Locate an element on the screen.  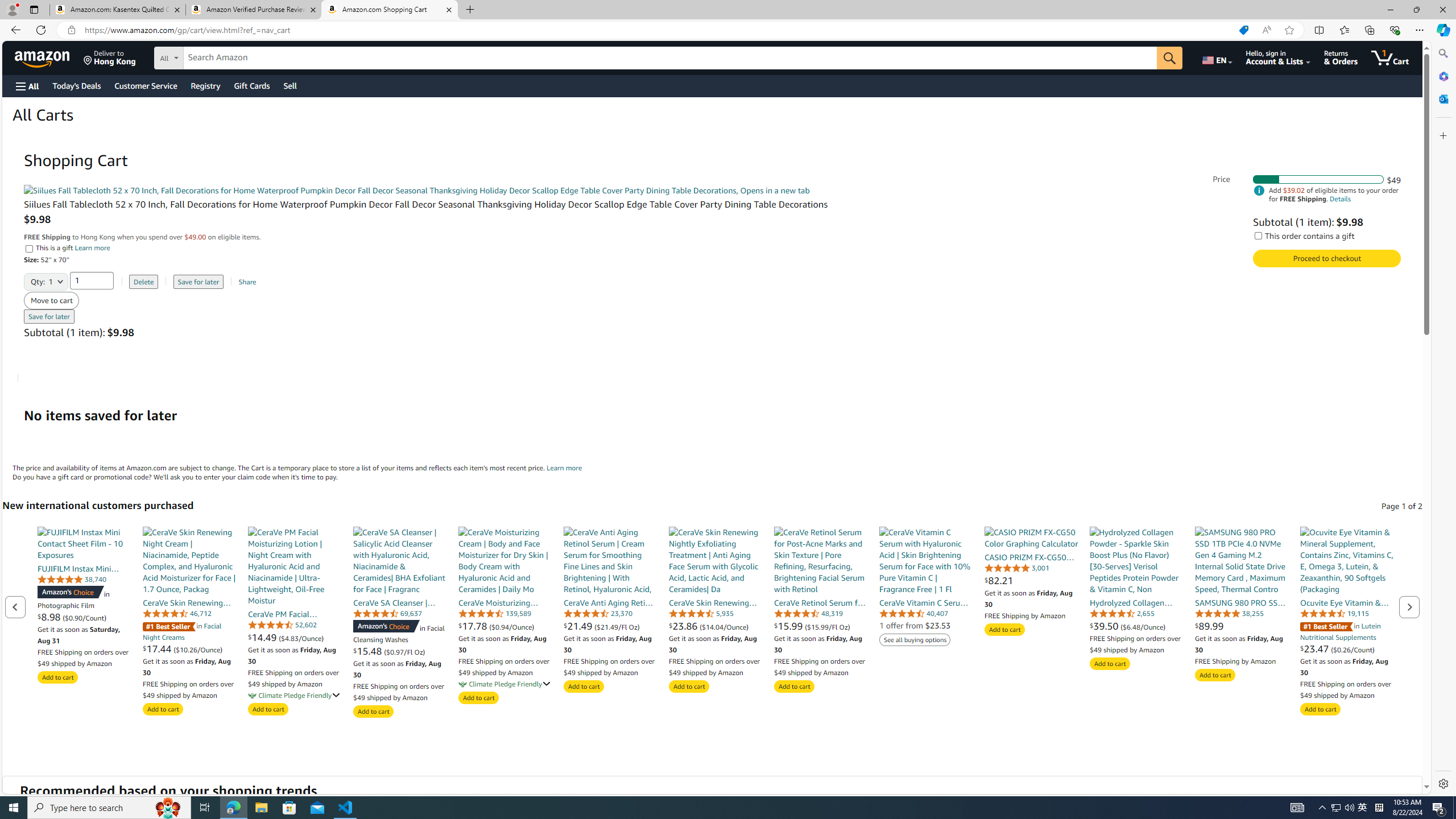
'Add to cart' is located at coordinates (1319, 709).